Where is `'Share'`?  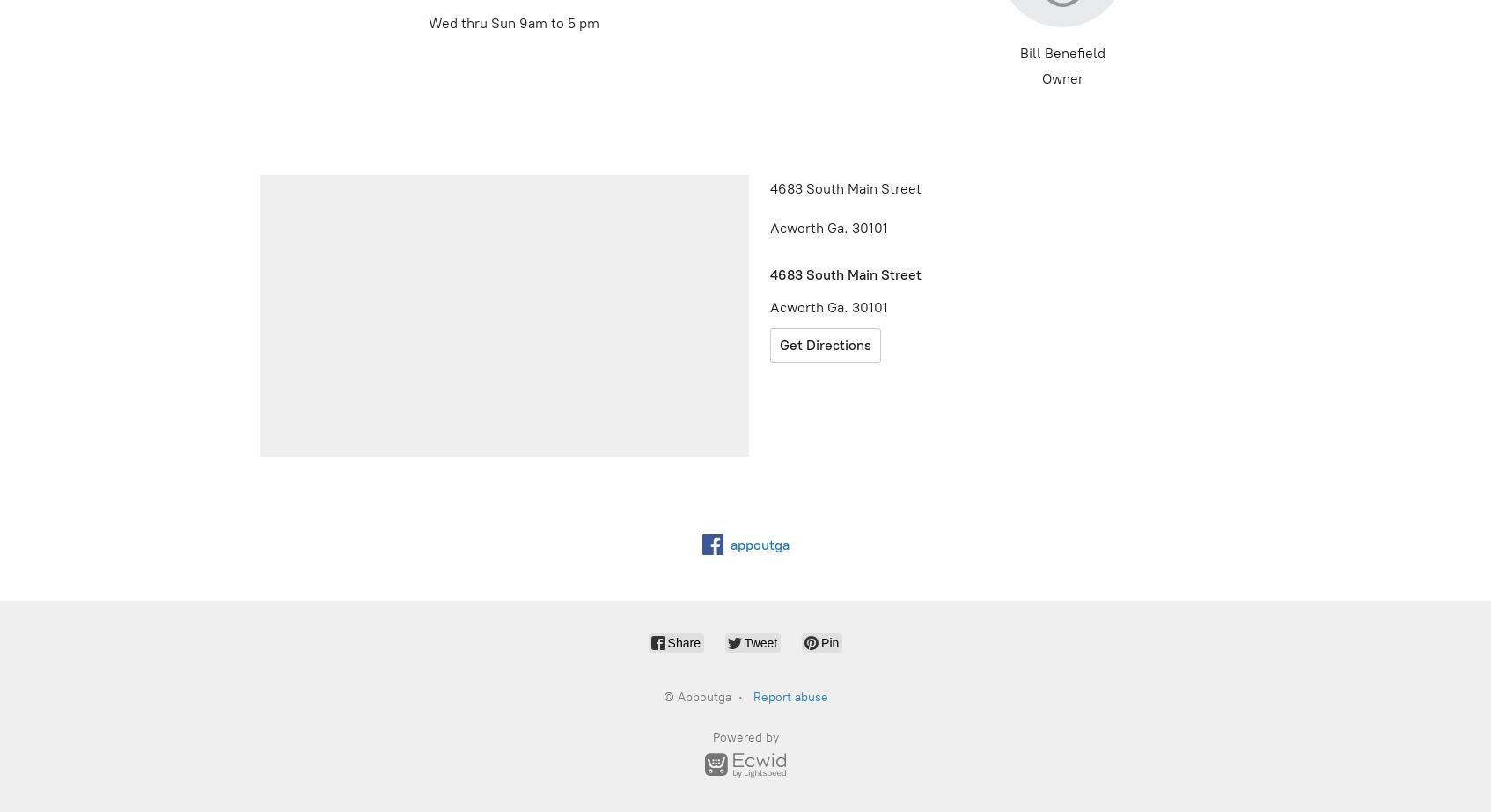 'Share' is located at coordinates (666, 642).